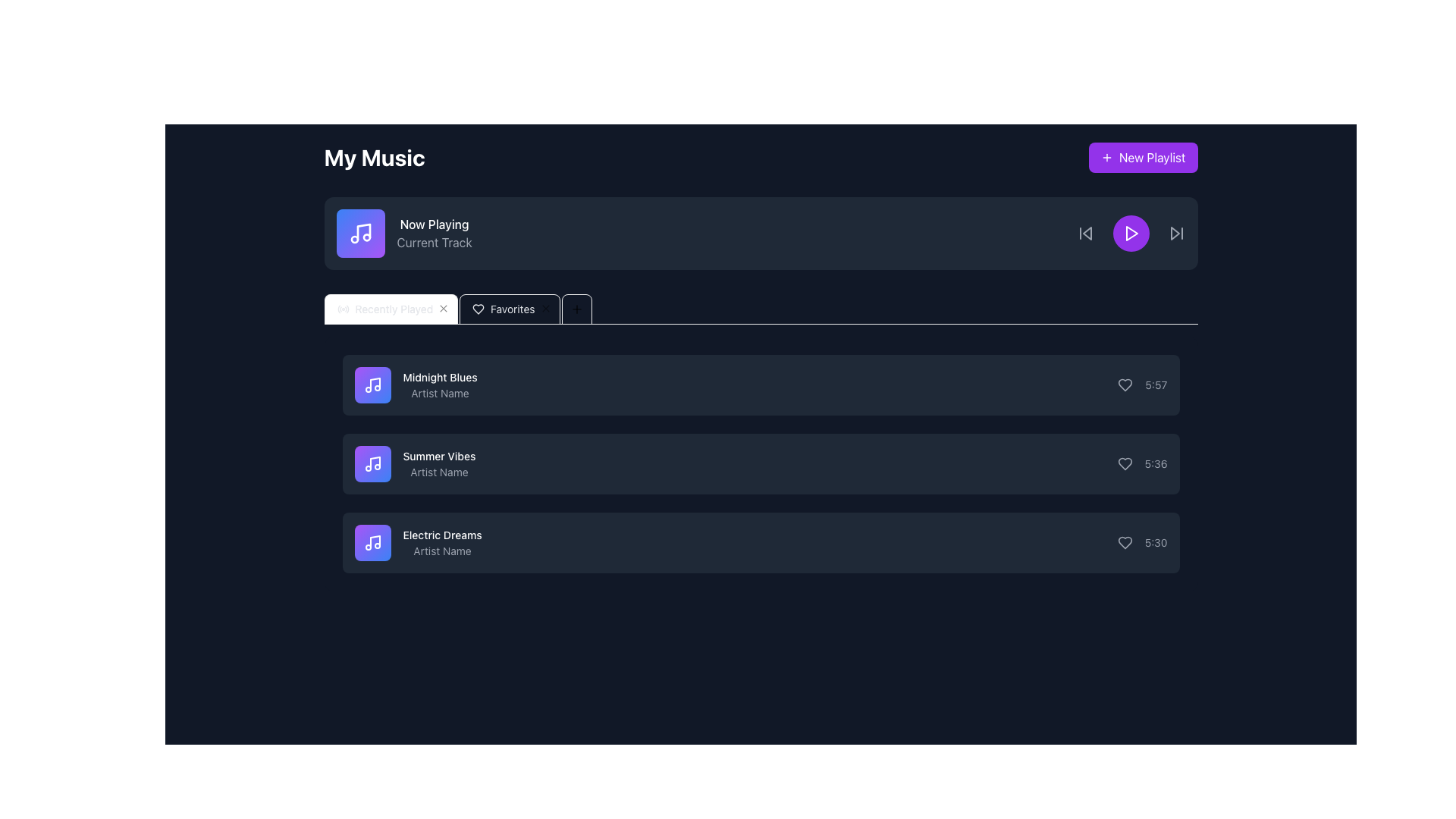  I want to click on the 'Favorites' tab, so click(503, 309).